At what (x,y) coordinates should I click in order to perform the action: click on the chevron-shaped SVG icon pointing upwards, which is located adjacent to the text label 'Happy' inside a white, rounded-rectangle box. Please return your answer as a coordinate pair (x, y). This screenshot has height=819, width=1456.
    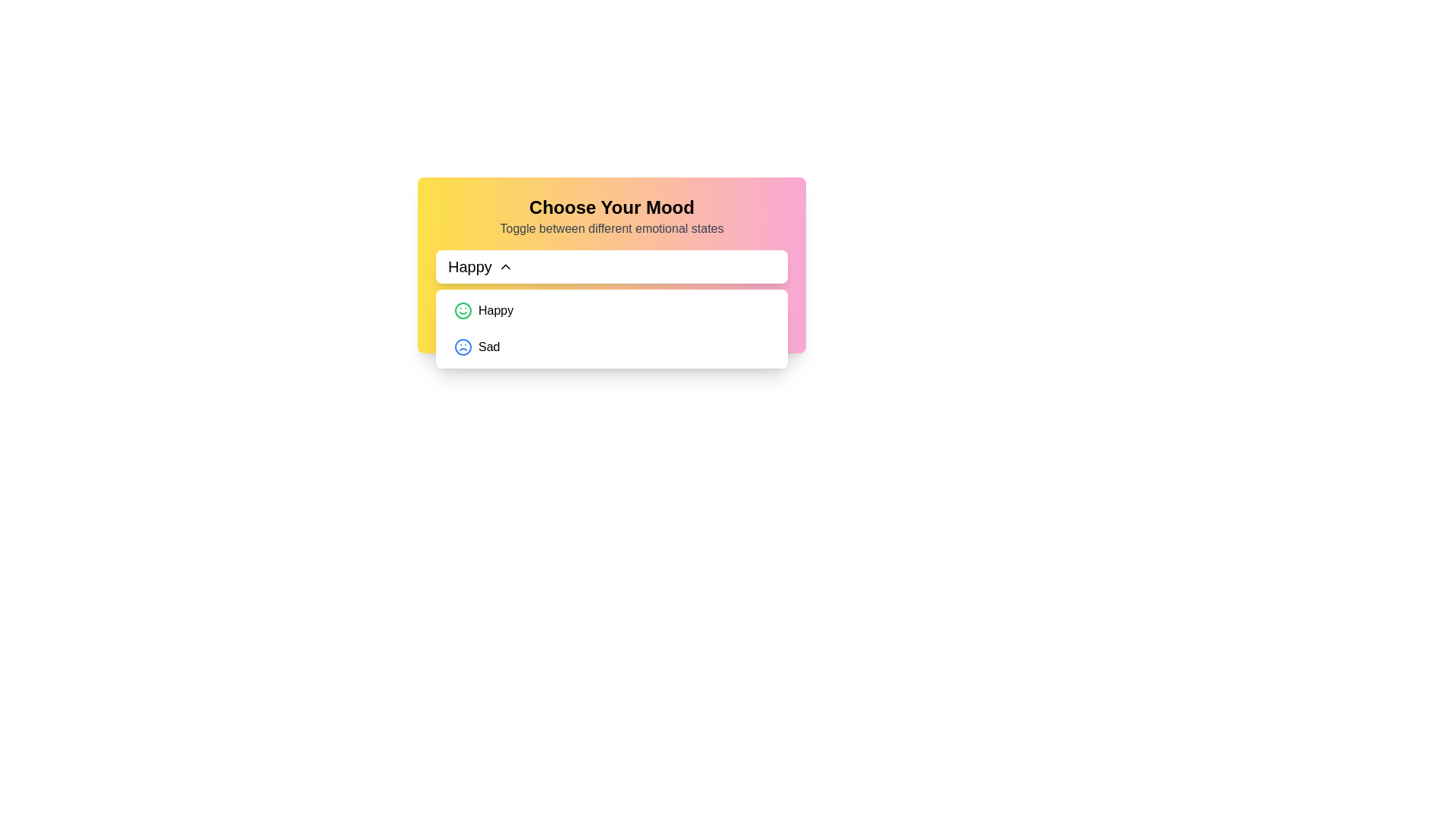
    Looking at the image, I should click on (505, 265).